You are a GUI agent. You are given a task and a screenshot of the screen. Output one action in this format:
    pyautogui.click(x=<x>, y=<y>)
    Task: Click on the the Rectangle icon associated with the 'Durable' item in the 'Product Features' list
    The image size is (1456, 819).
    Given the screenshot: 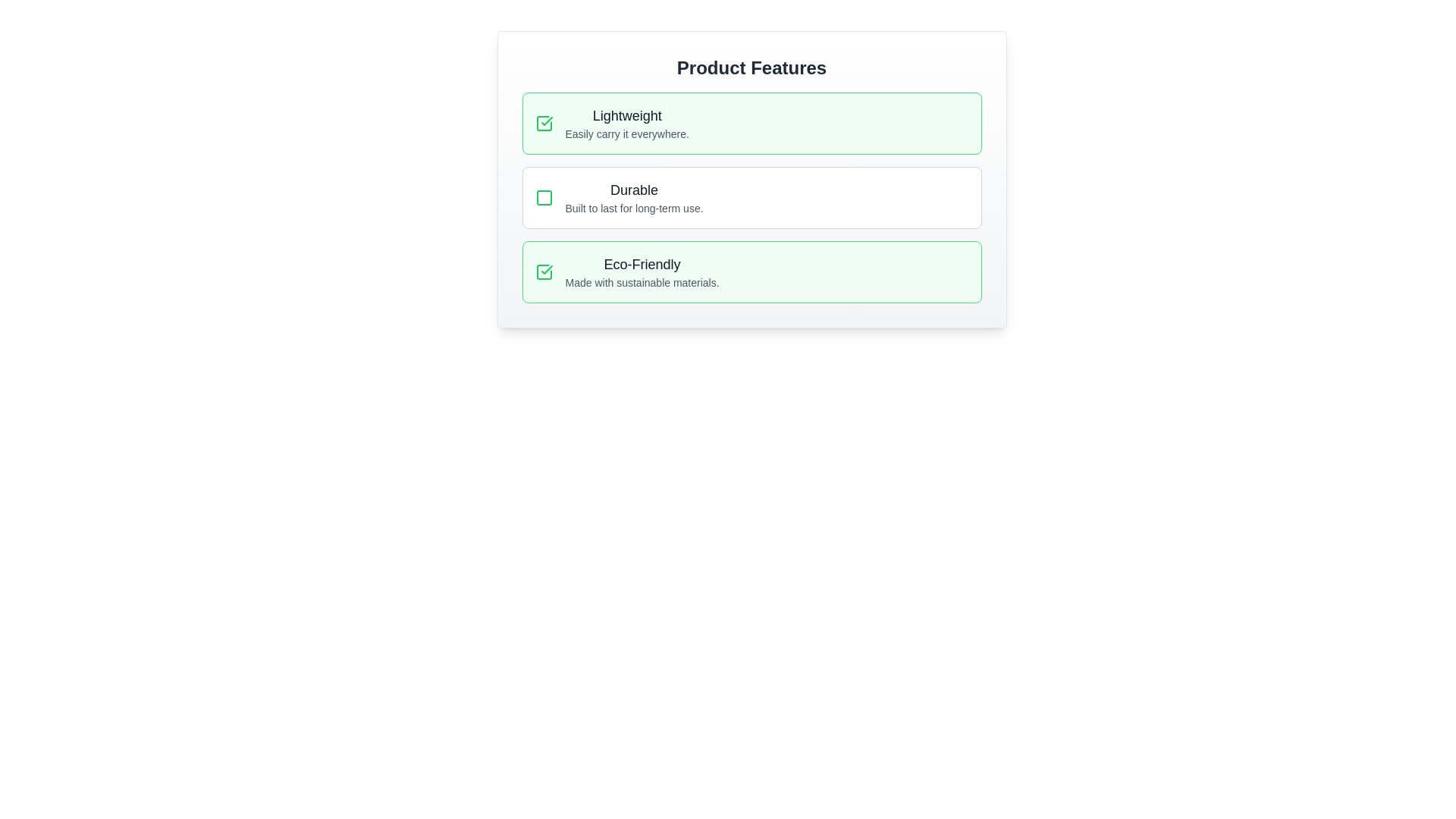 What is the action you would take?
    pyautogui.click(x=544, y=197)
    